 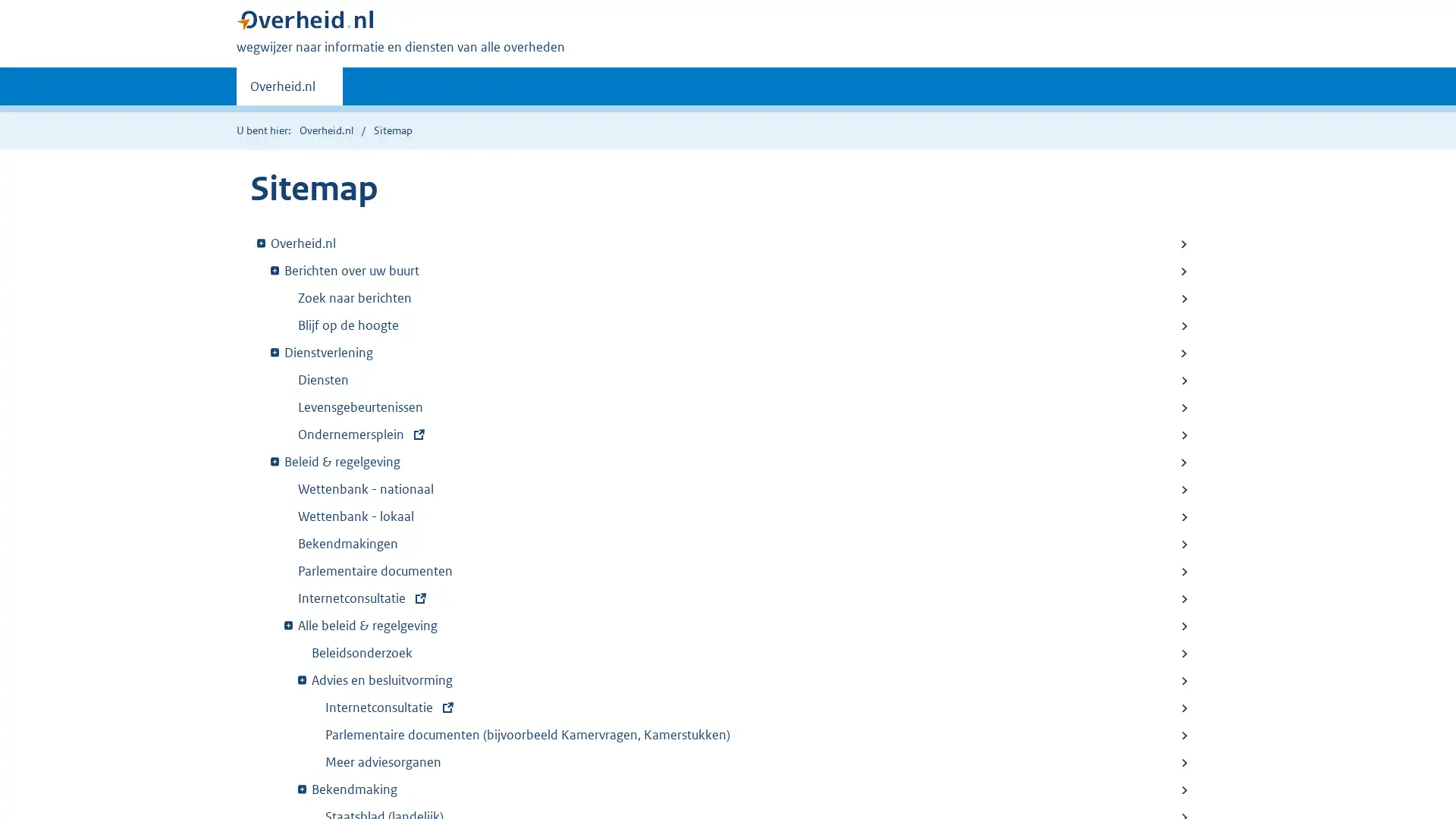 What do you see at coordinates (261, 241) in the screenshot?
I see `Verberg onderliggende` at bounding box center [261, 241].